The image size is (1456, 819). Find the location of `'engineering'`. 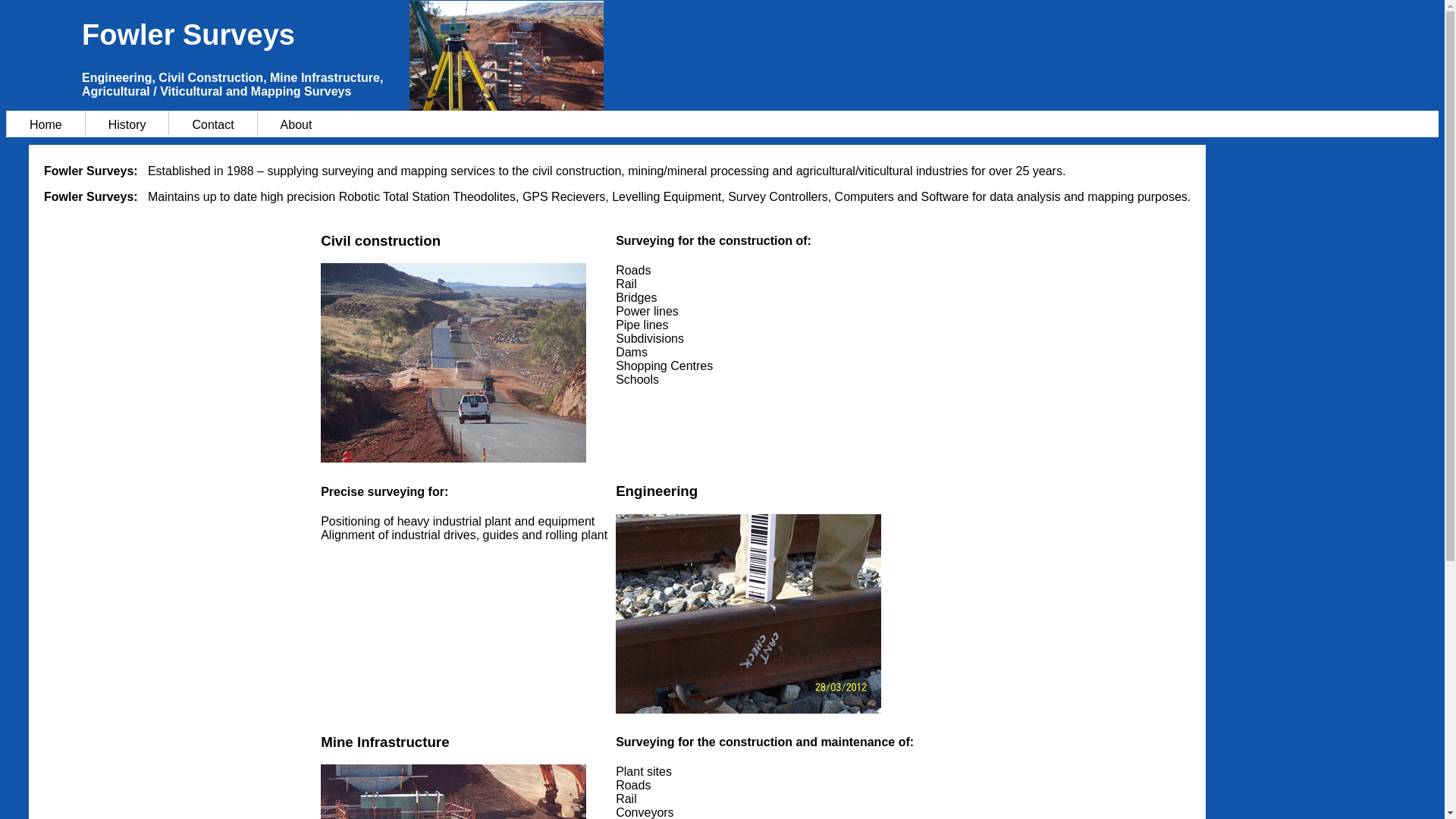

'engineering' is located at coordinates (748, 613).